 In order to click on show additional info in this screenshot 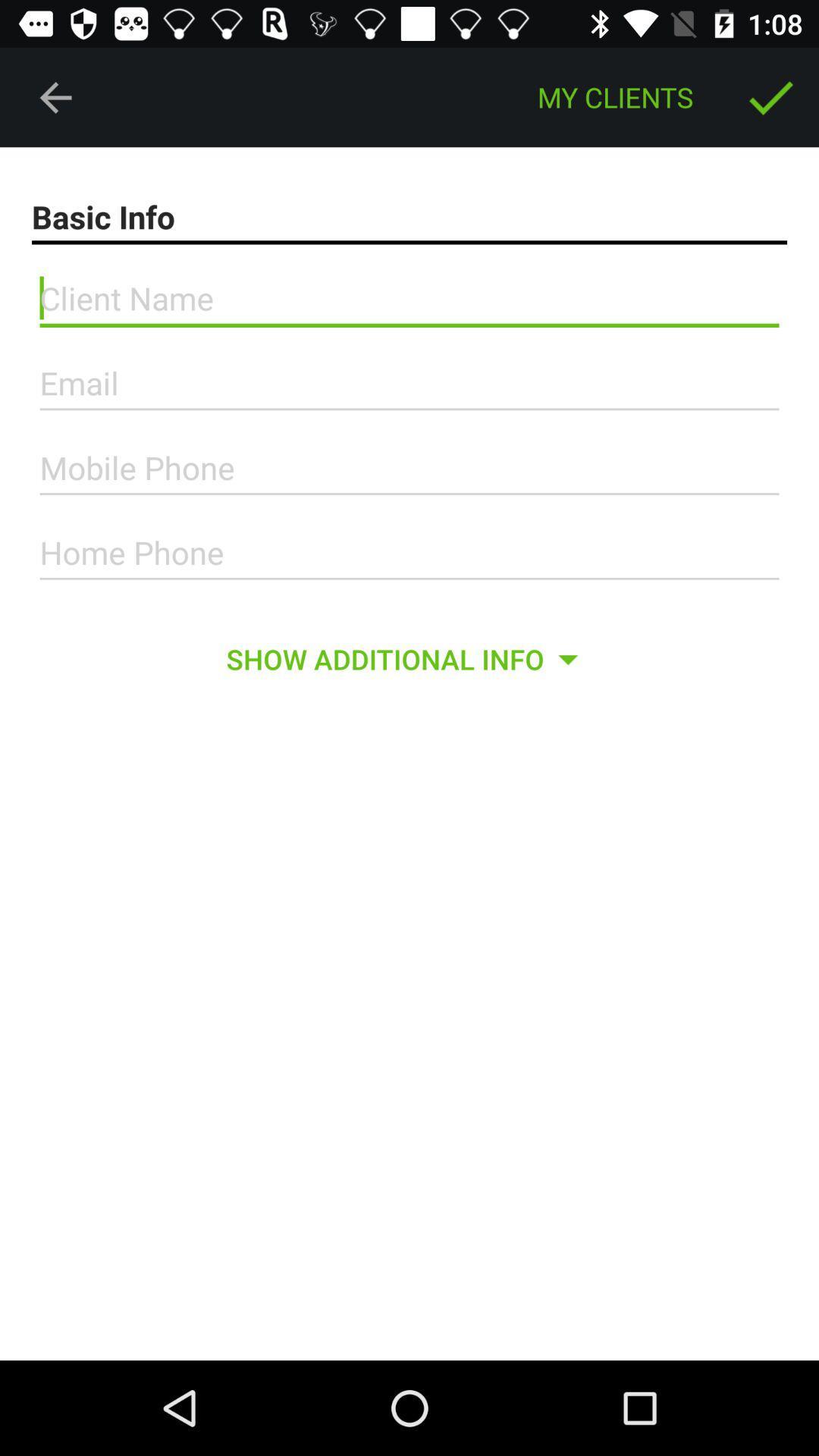, I will do `click(408, 659)`.